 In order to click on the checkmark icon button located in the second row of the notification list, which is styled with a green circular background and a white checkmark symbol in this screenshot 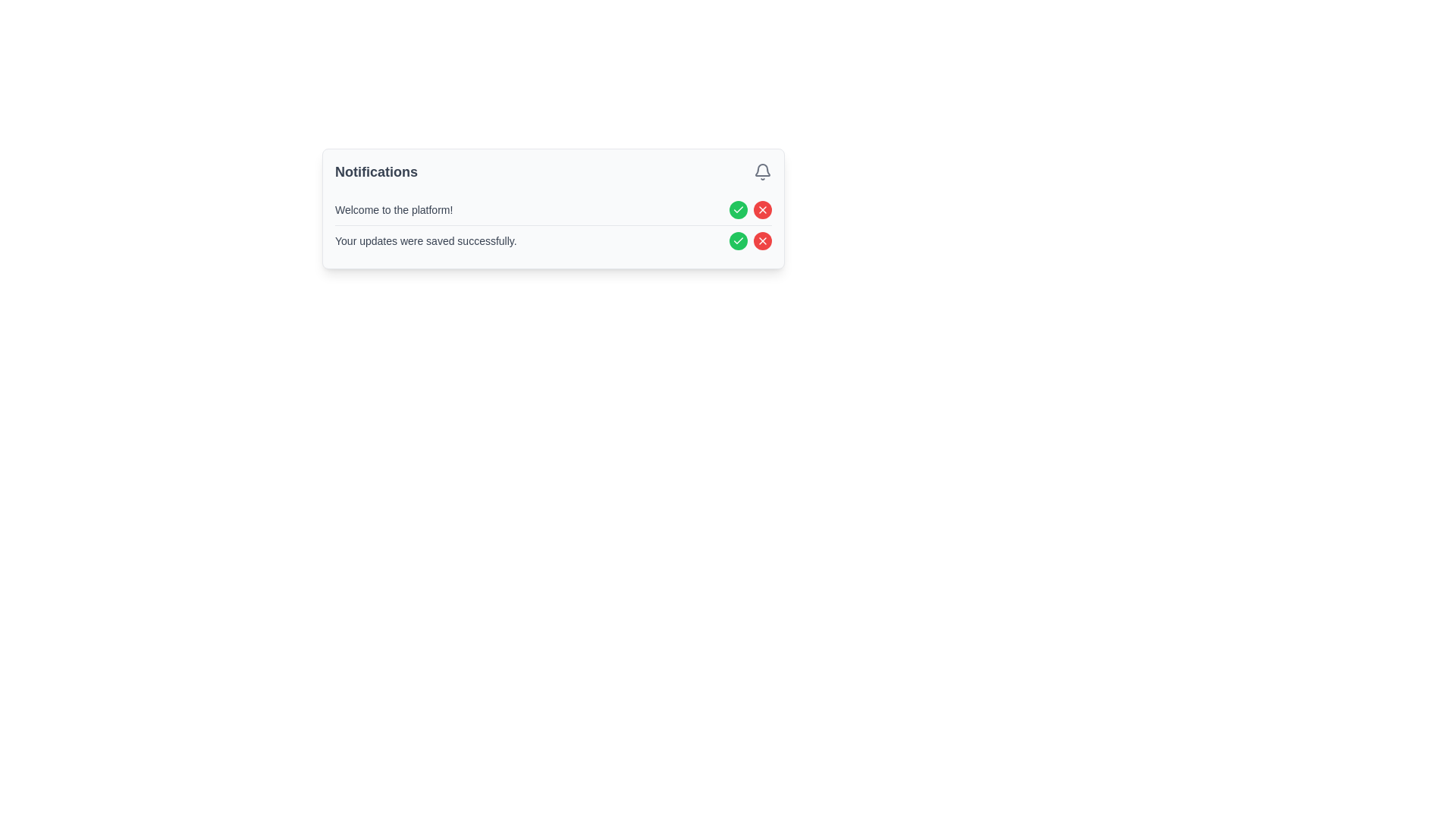, I will do `click(739, 210)`.